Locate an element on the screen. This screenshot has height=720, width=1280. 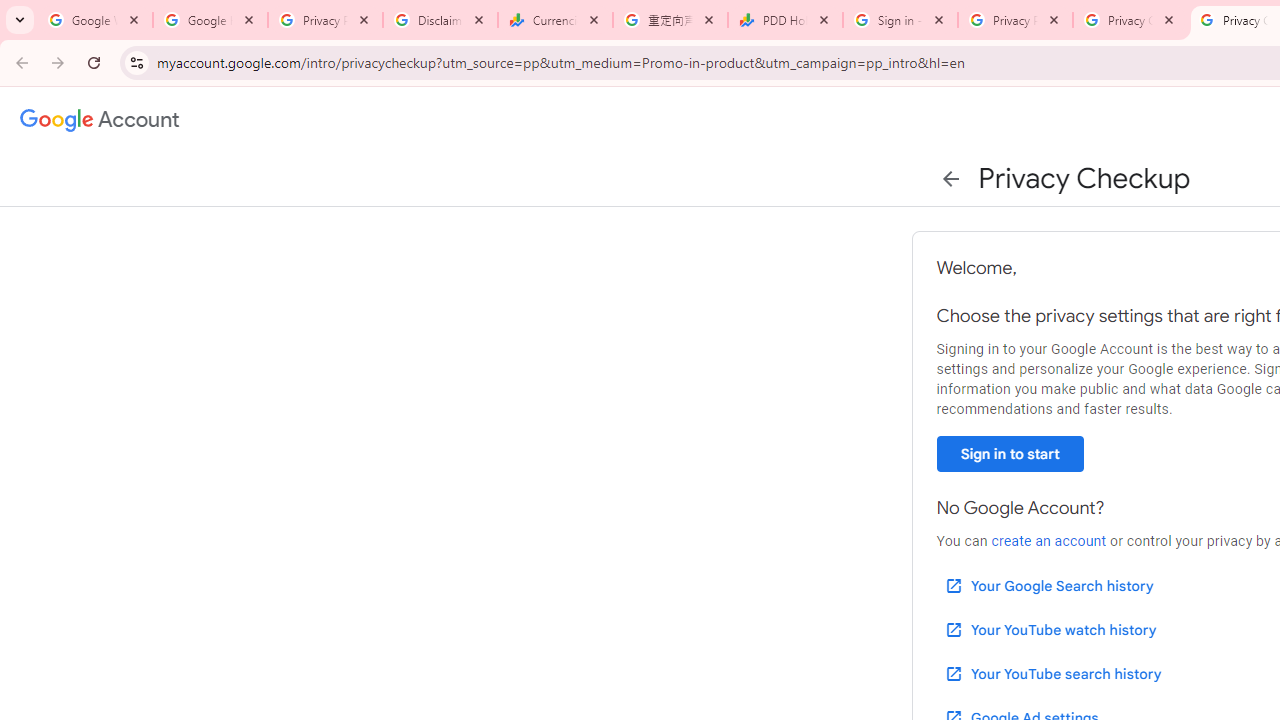
'Google Account settings' is located at coordinates (99, 120).